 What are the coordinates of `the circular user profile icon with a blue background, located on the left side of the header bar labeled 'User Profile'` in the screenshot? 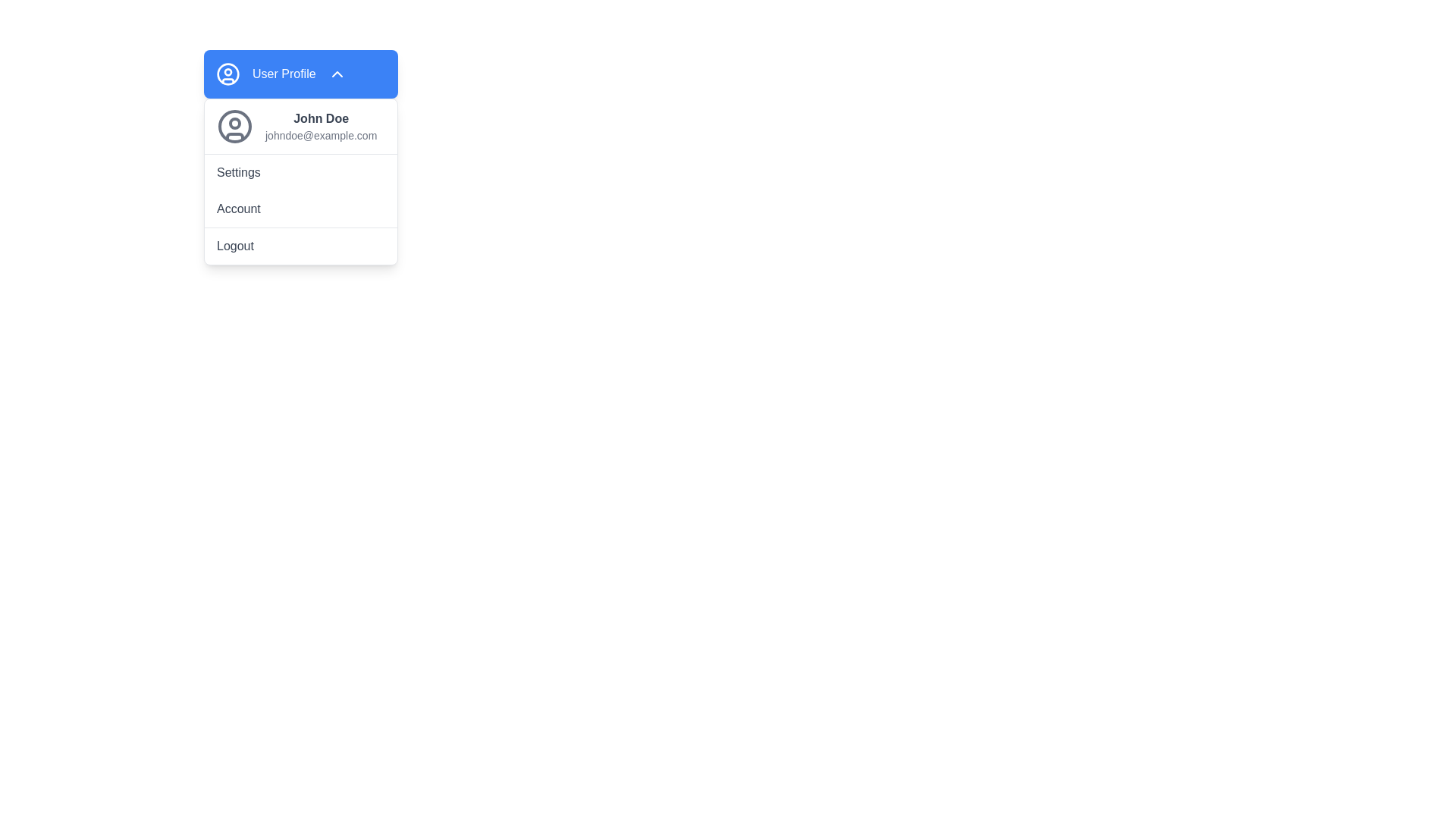 It's located at (227, 74).